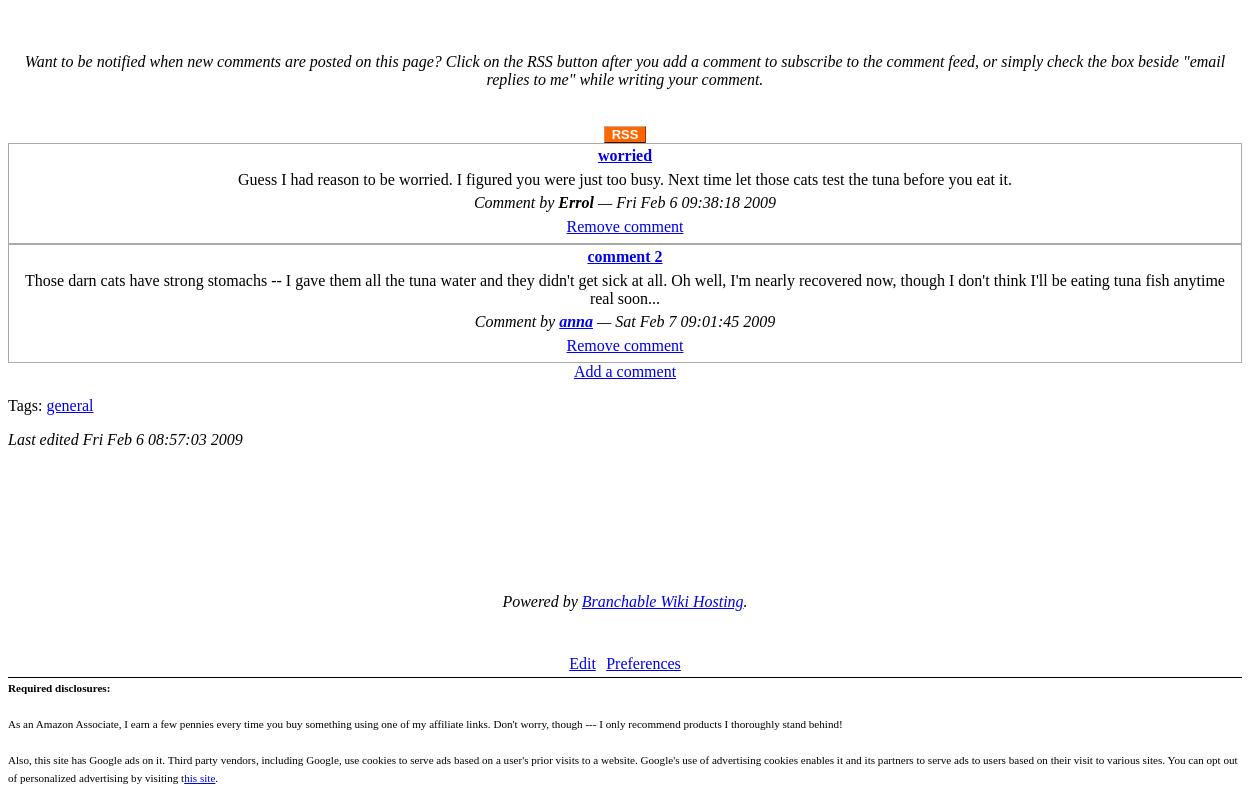 The image size is (1250, 794). What do you see at coordinates (59, 688) in the screenshot?
I see `'Required disclosures:'` at bounding box center [59, 688].